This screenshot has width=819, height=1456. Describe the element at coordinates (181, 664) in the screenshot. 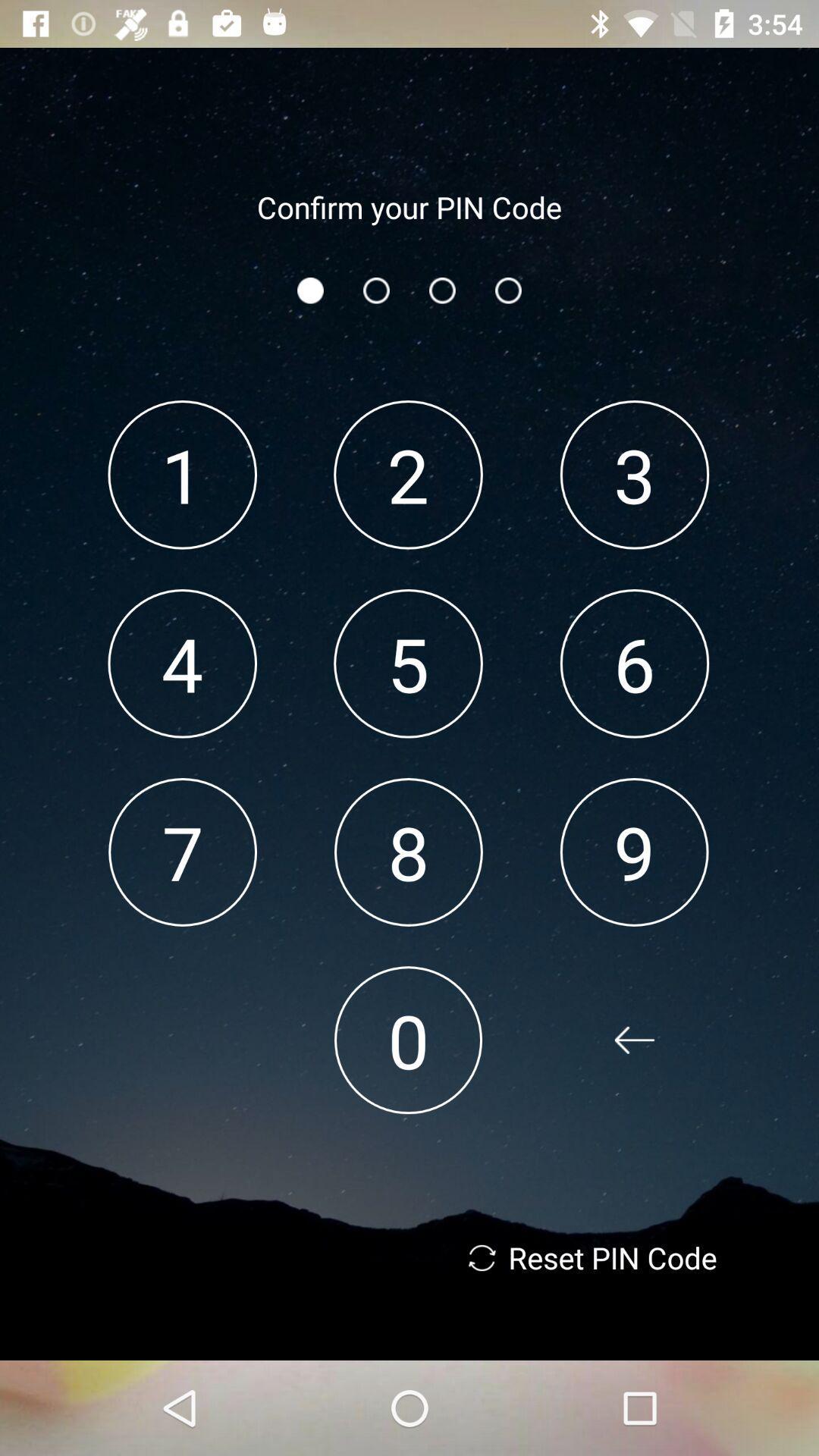

I see `the 4 item` at that location.